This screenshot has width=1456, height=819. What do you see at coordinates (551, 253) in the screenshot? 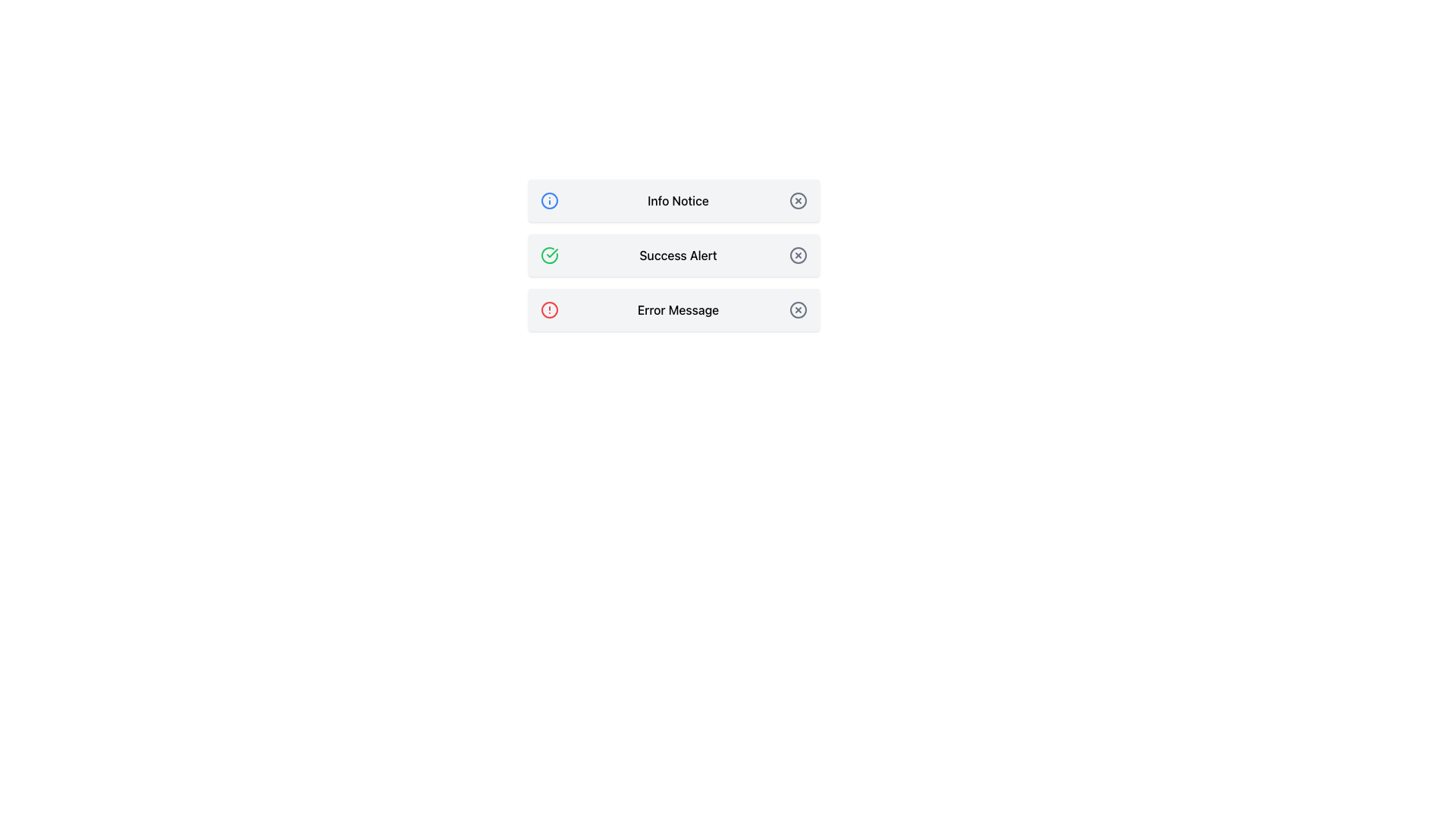
I see `an accessibility tool` at bounding box center [551, 253].